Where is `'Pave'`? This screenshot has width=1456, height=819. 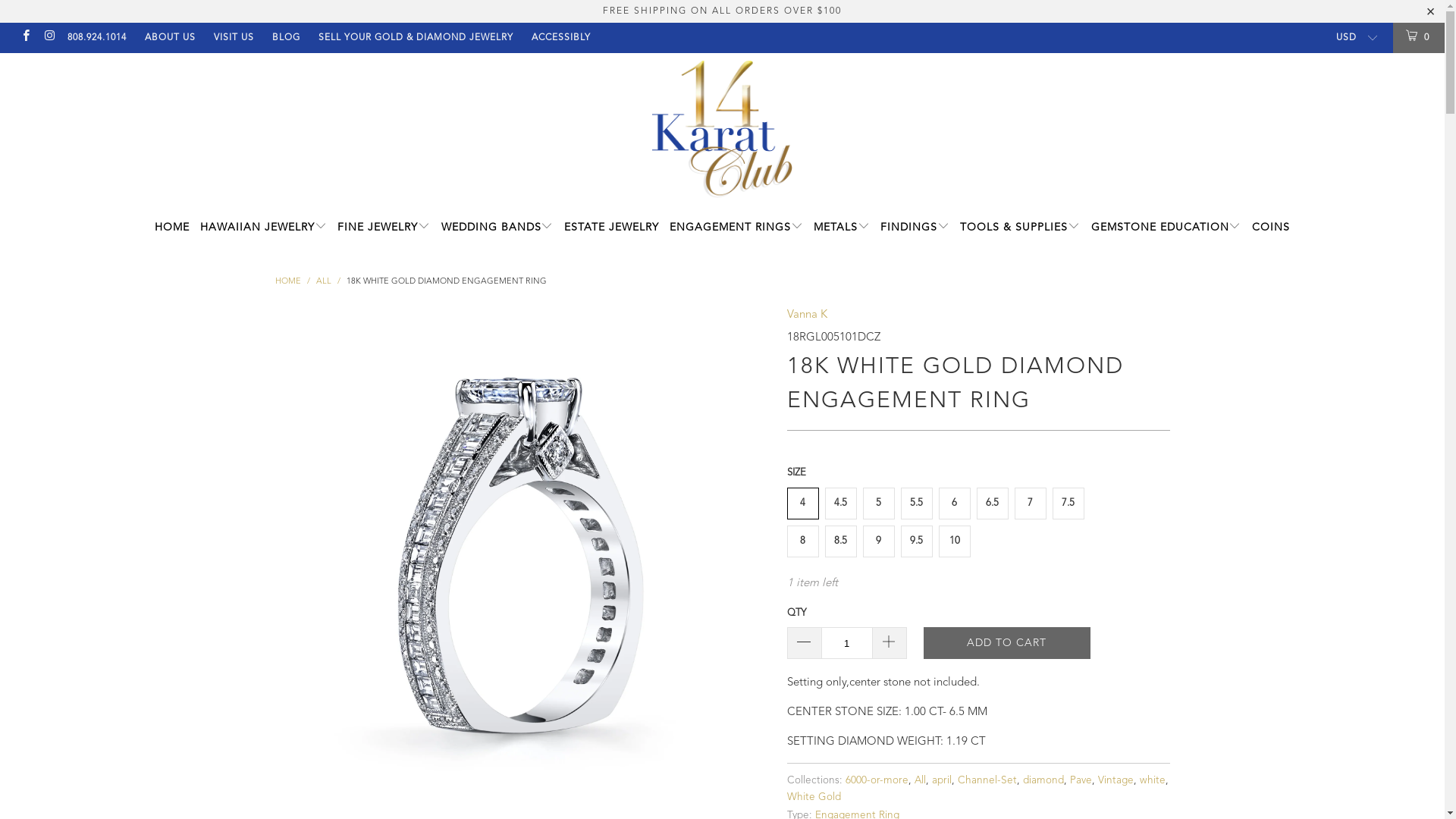
'Pave' is located at coordinates (1068, 780).